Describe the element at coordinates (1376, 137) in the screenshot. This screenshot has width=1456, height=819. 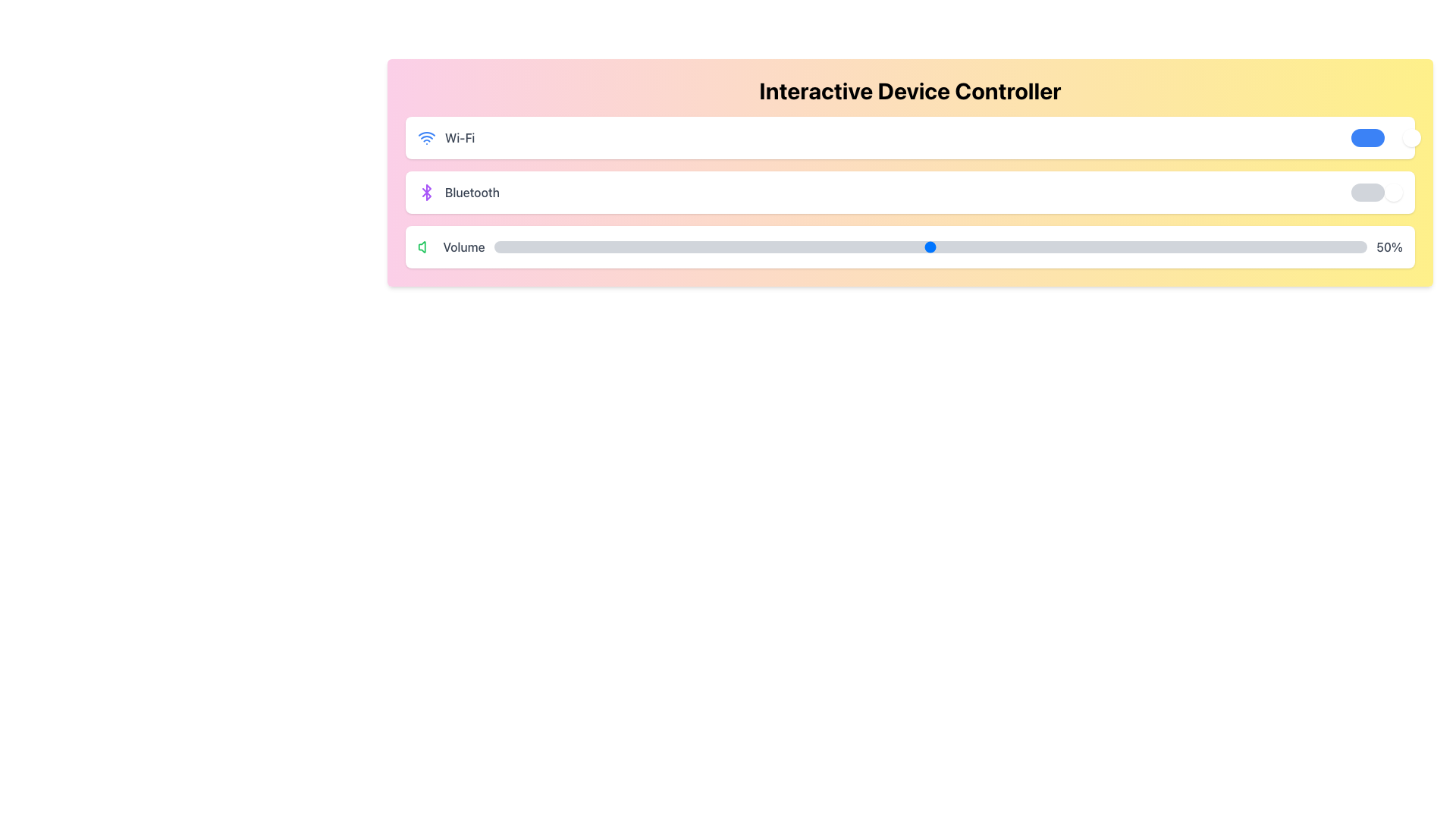
I see `the toggle switch for the Wi-Fi setting` at that location.